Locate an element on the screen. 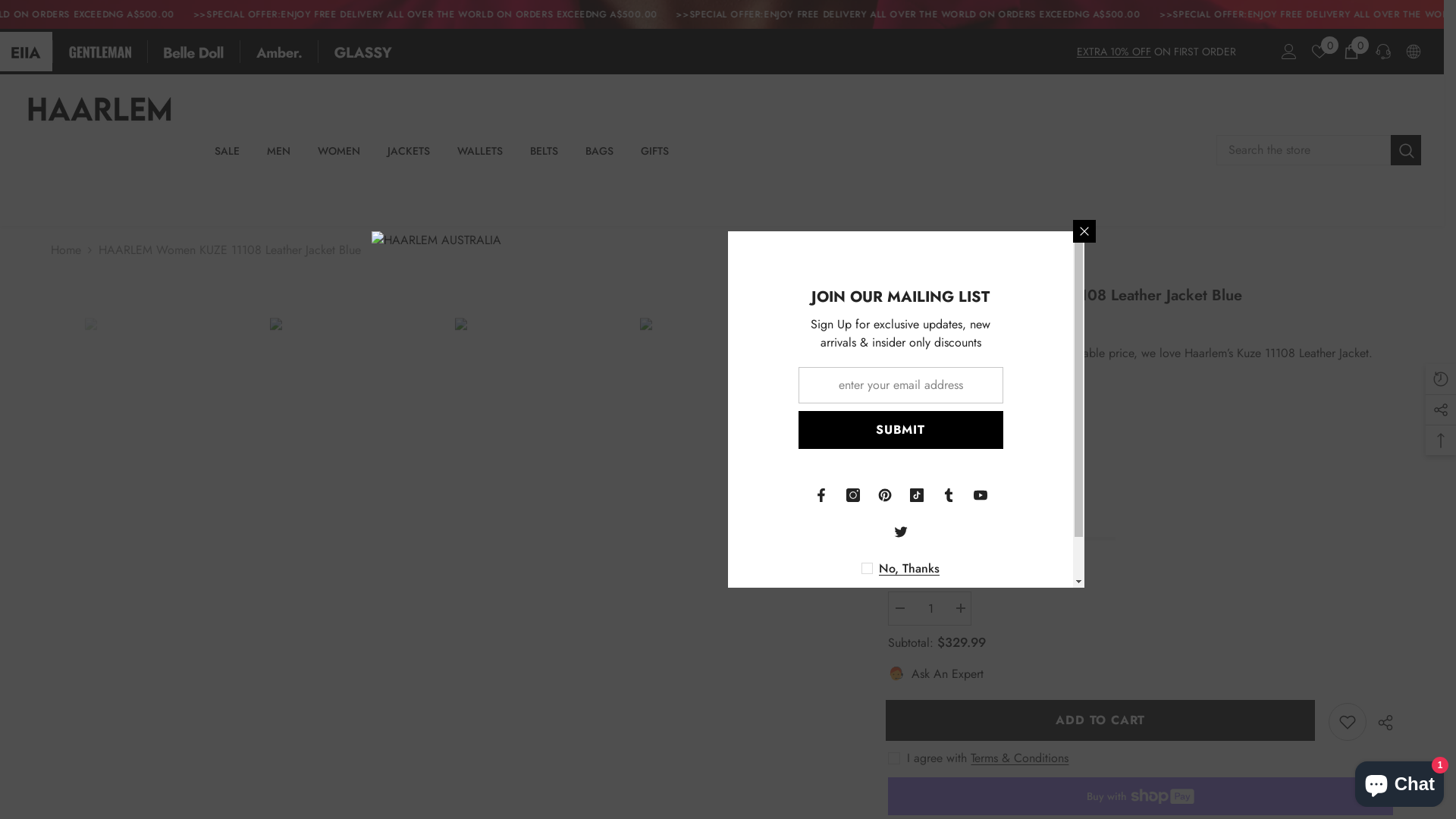 The image size is (1456, 819). 'BELTS' is located at coordinates (516, 157).